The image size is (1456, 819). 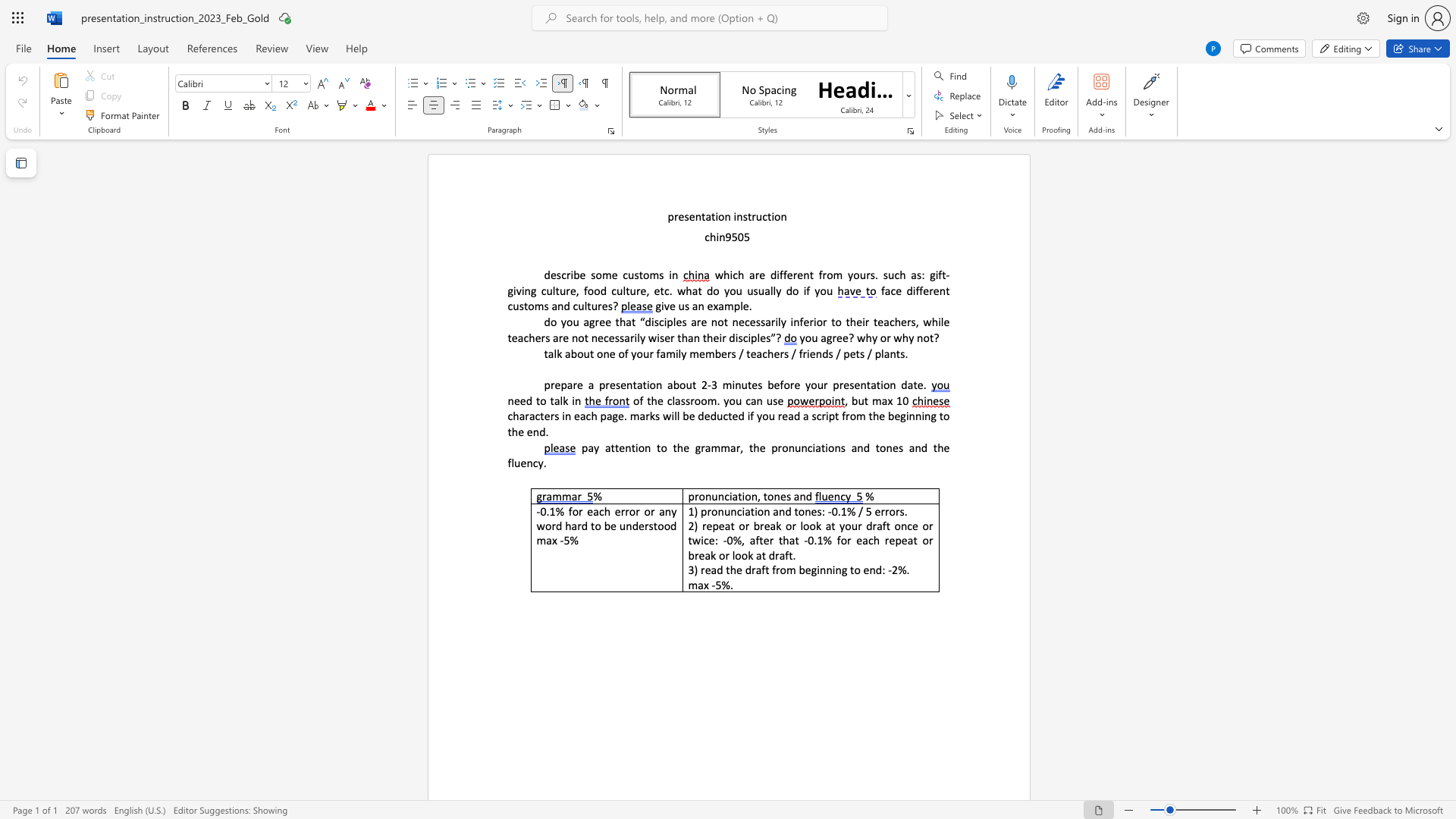 I want to click on the subset text "achers, while teachers are not necessarily wiser th" within the text "do you agree that “disciples are not necessarily inferior to their teachers, while teachers are not necessarily wiser than their disciples”?", so click(x=883, y=321).